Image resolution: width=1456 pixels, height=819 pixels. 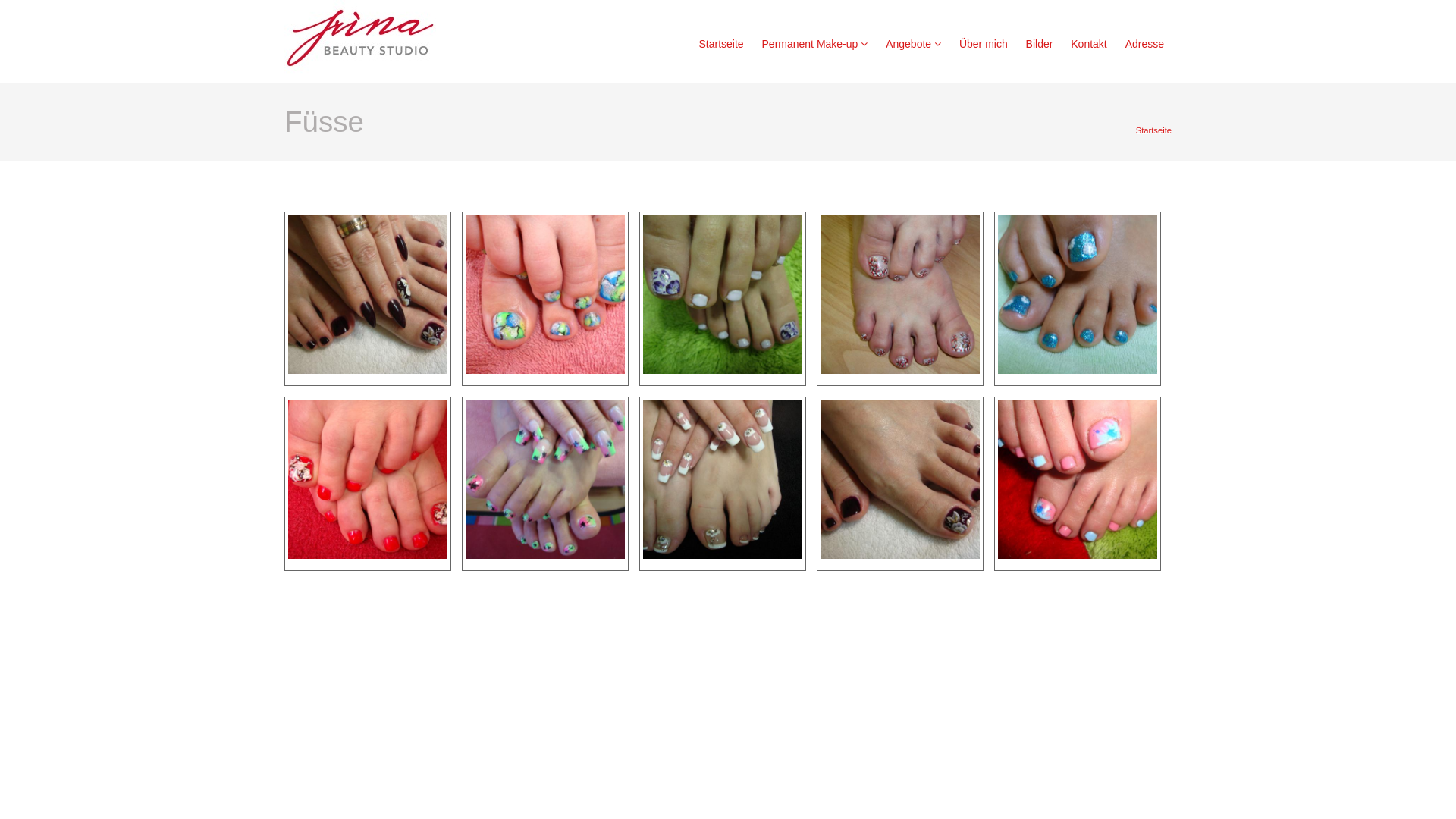 What do you see at coordinates (912, 42) in the screenshot?
I see `'Angebote'` at bounding box center [912, 42].